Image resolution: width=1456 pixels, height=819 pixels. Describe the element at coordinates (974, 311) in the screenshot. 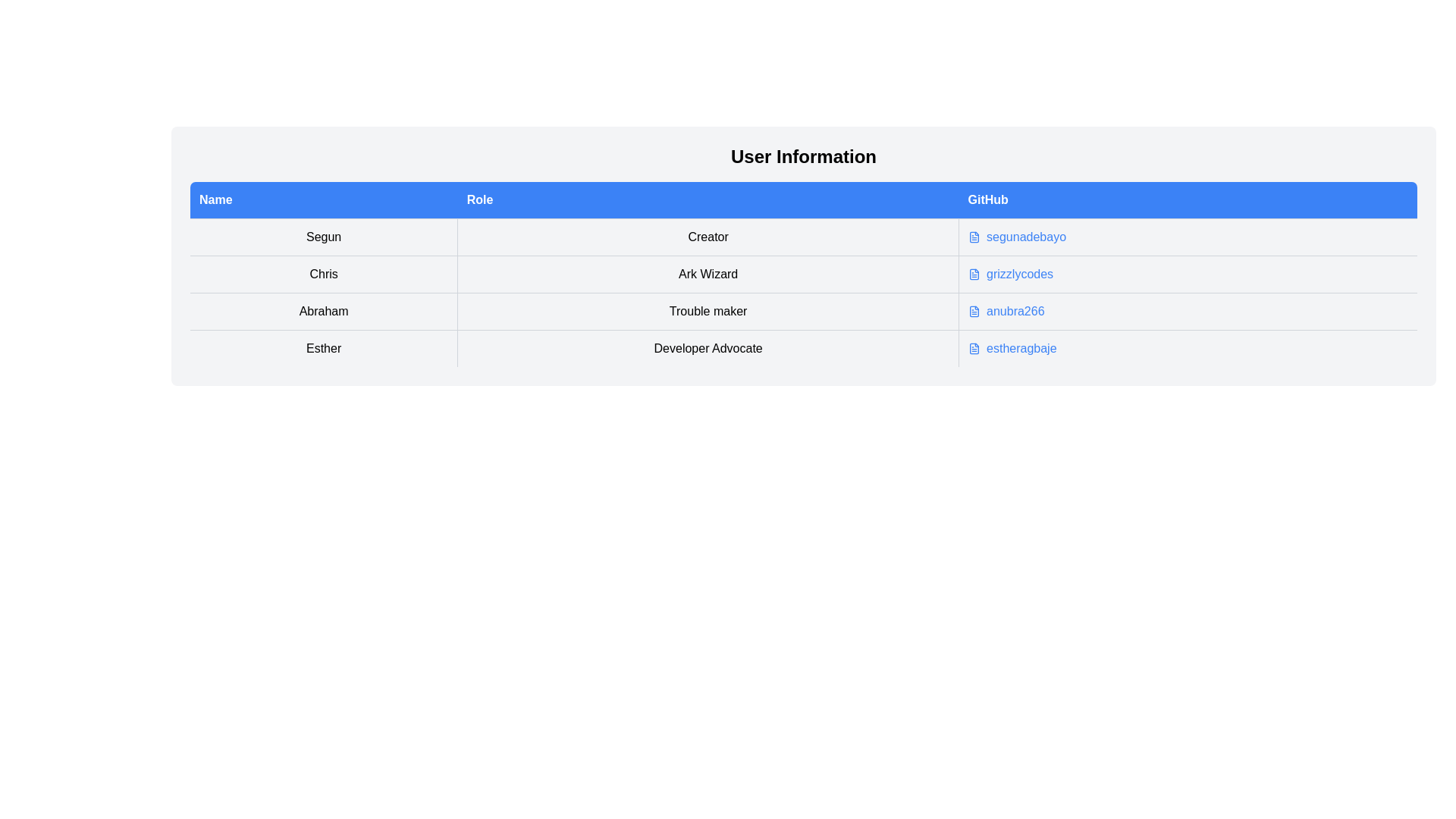

I see `the document icon with a folded corner located under the 'GitHub' header for the row of 'Abraham'` at that location.